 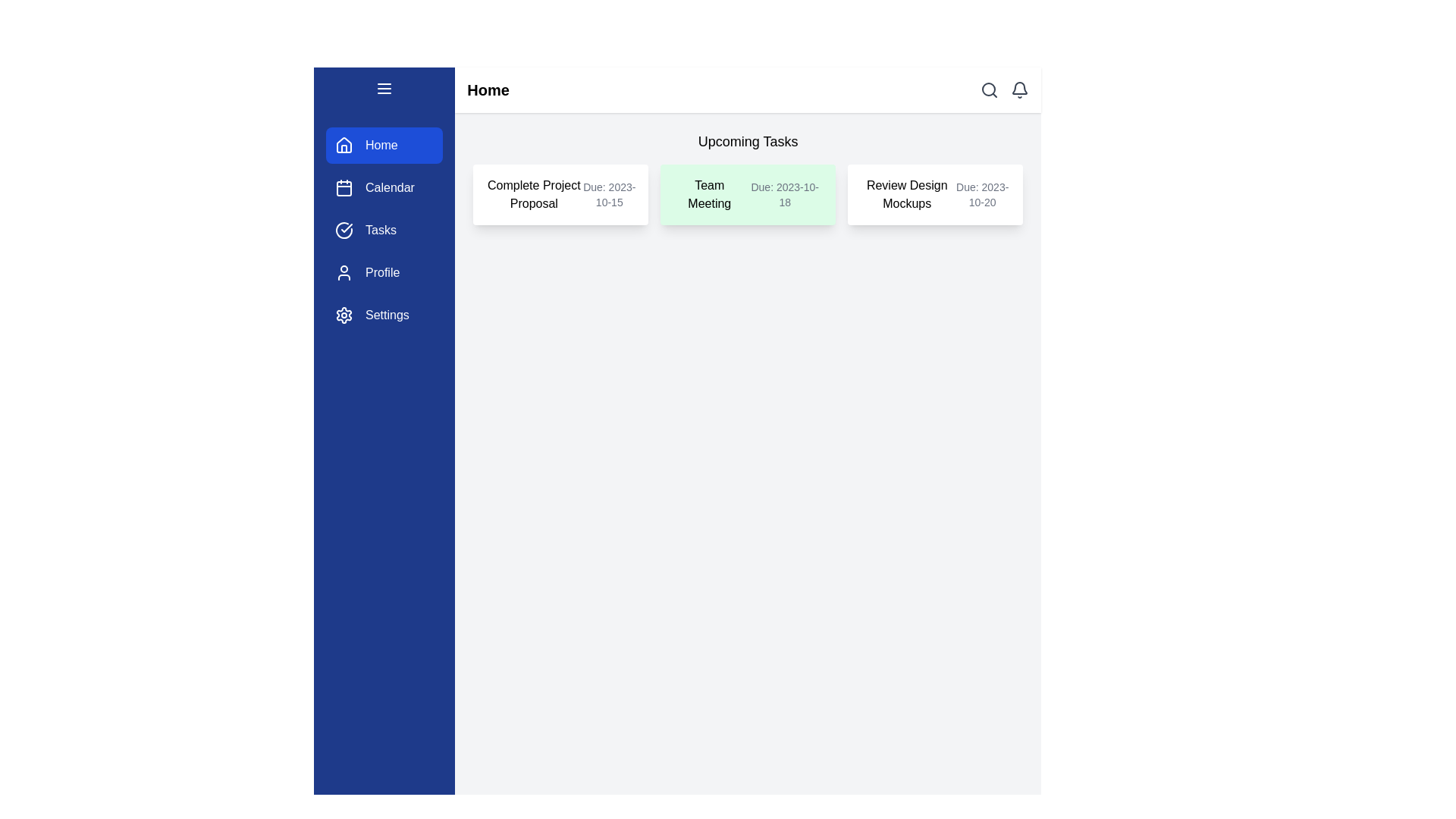 I want to click on the inner circle of the magnifying glass icon, which signifies search functionality, located at the top-right corner of the header bar, so click(x=989, y=89).